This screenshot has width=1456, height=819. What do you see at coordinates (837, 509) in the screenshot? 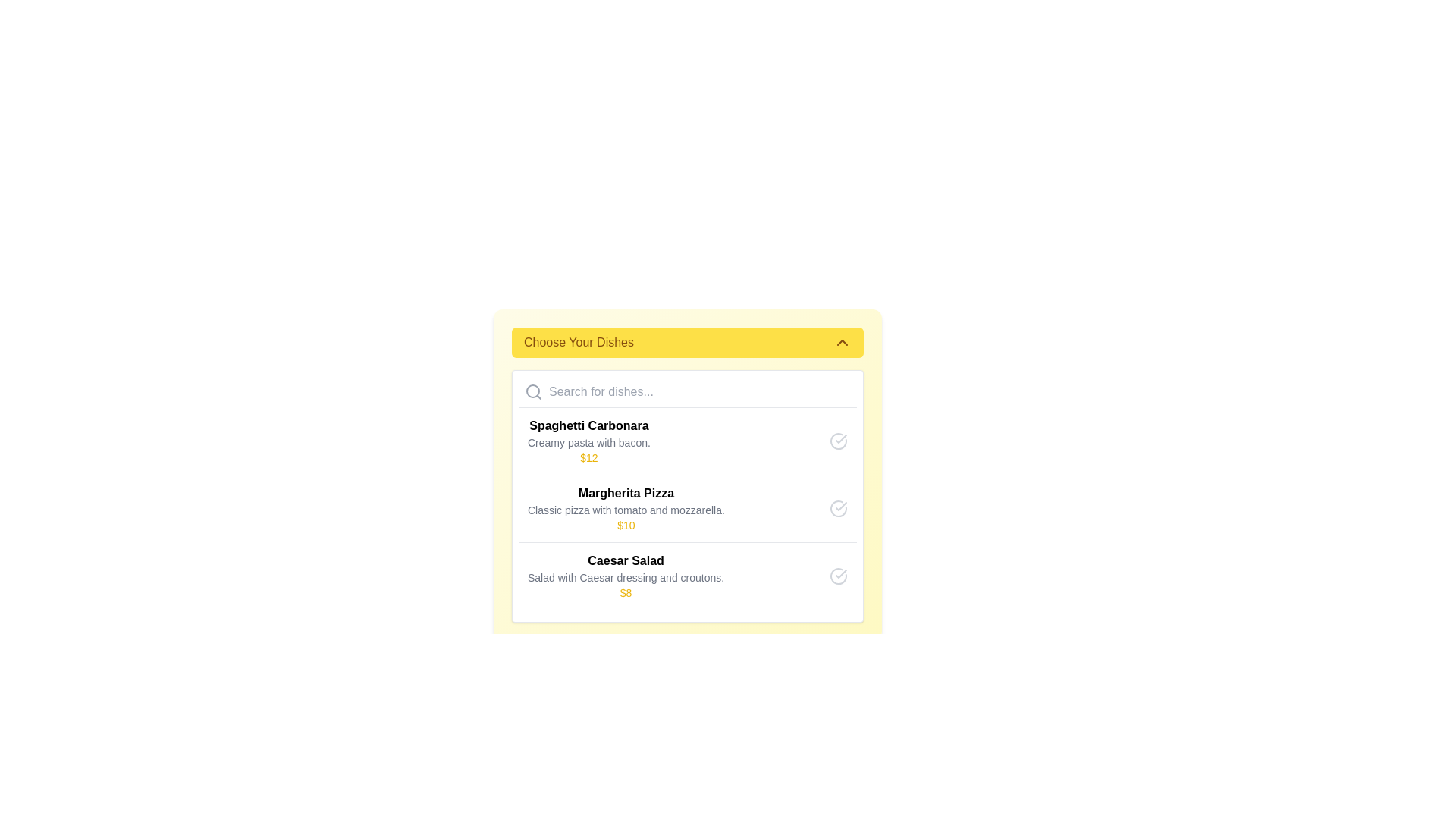
I see `the icon located to the far right of the 'Margherita Pizza' section` at bounding box center [837, 509].